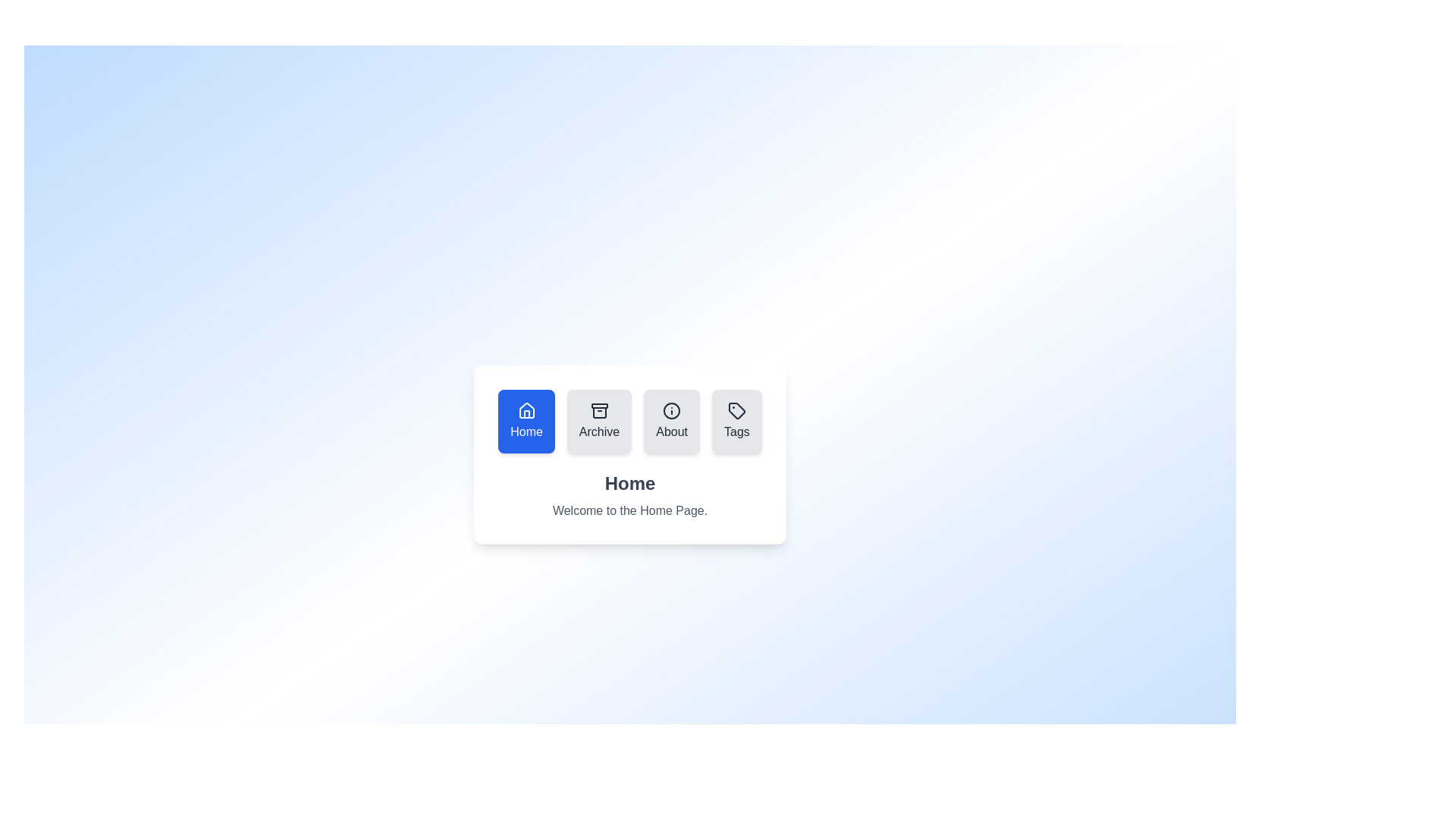 The width and height of the screenshot is (1456, 819). Describe the element at coordinates (598, 421) in the screenshot. I see `the Archive tab by clicking on its button` at that location.